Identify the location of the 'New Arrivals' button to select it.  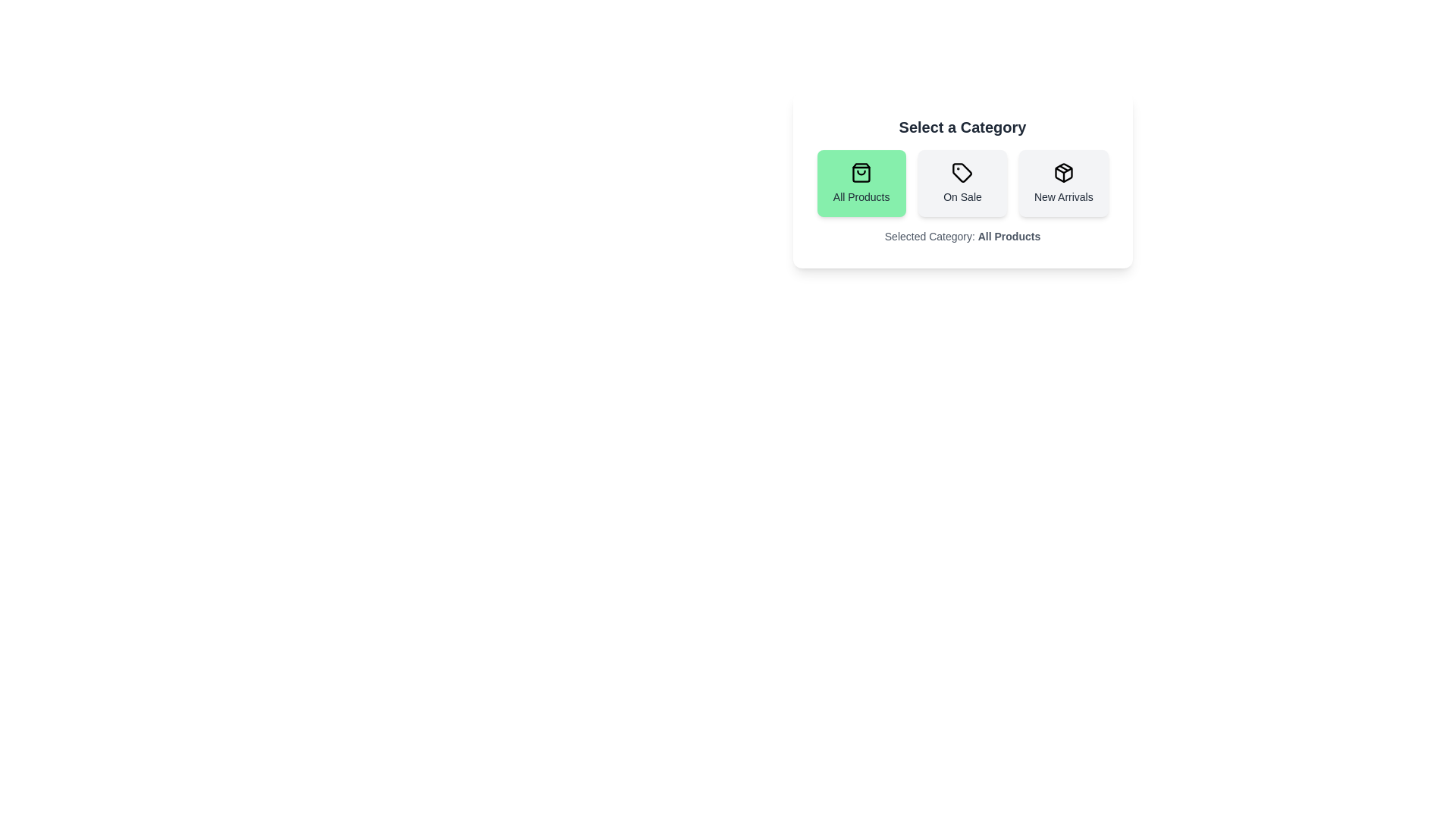
(1062, 183).